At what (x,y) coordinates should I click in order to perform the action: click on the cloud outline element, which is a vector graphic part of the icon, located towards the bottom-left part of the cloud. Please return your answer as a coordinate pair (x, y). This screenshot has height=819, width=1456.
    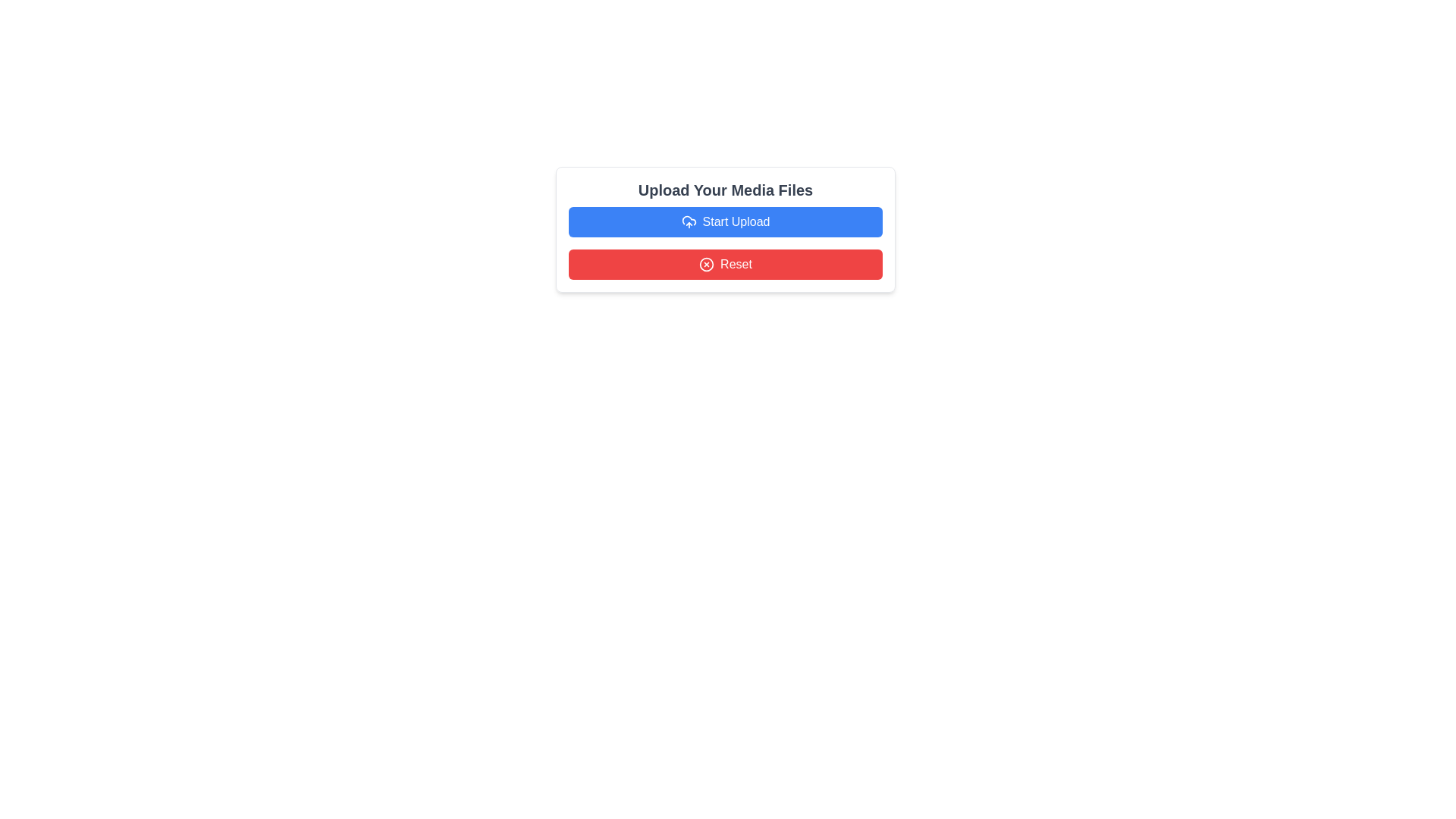
    Looking at the image, I should click on (688, 221).